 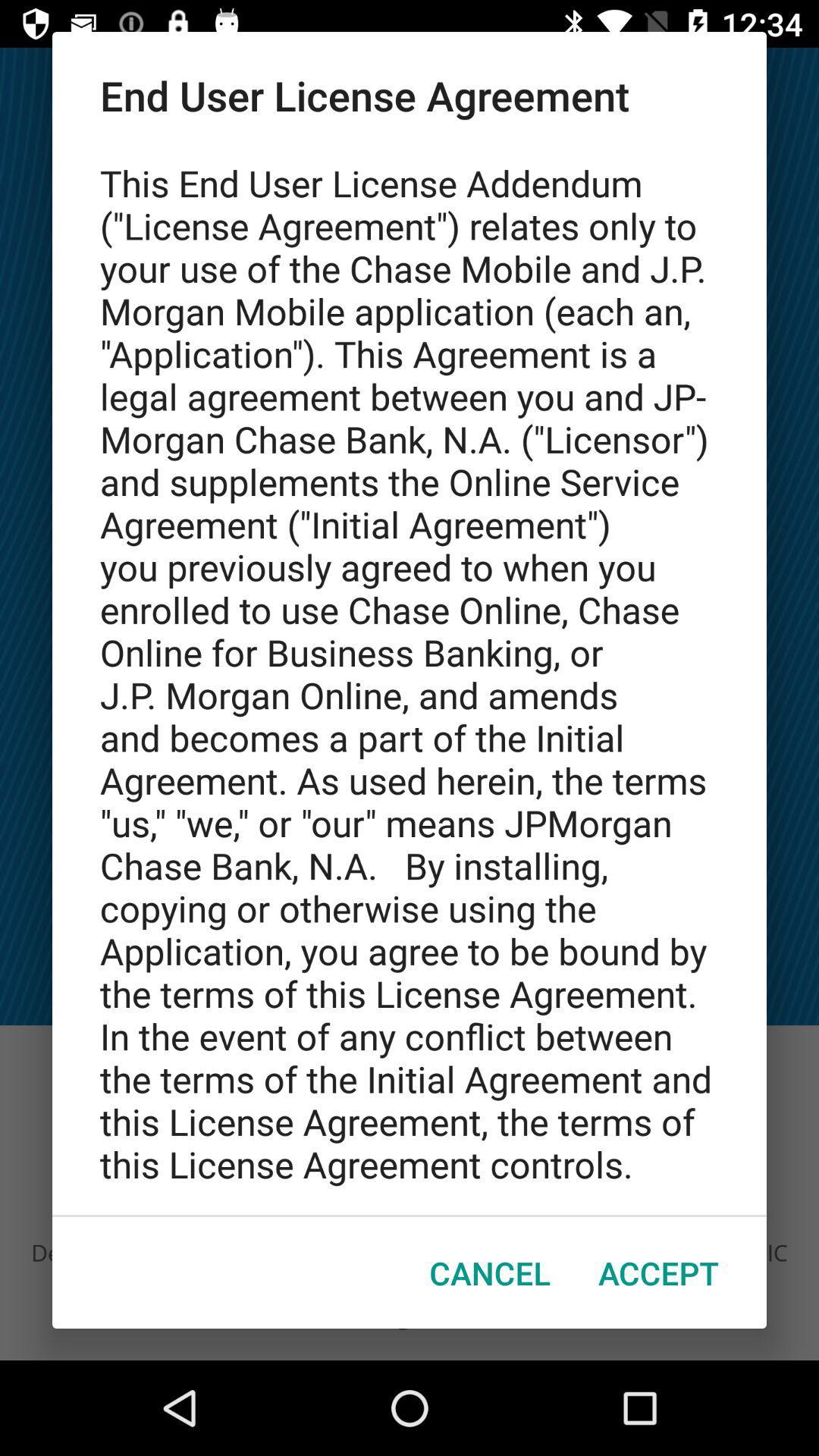 What do you see at coordinates (490, 1272) in the screenshot?
I see `the app below this end user` at bounding box center [490, 1272].